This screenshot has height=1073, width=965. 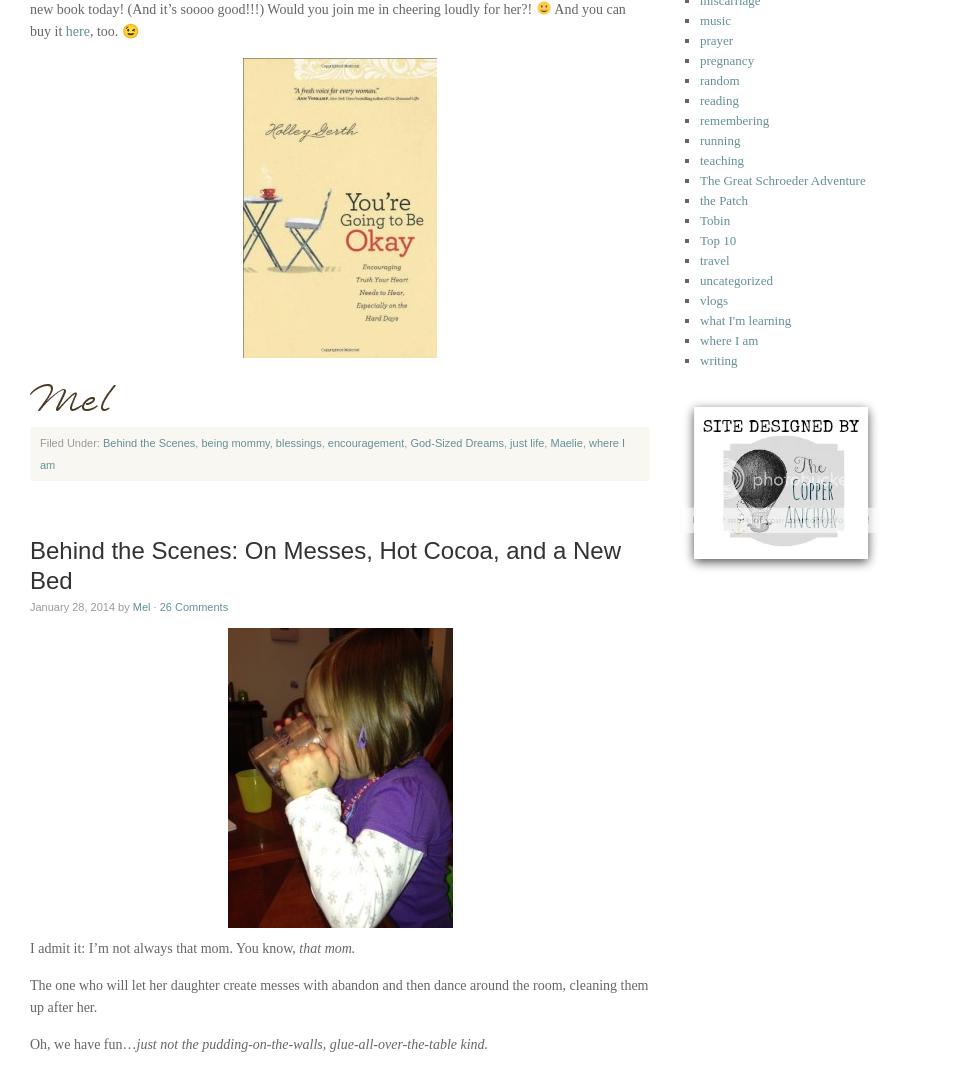 What do you see at coordinates (724, 200) in the screenshot?
I see `'the Patch'` at bounding box center [724, 200].